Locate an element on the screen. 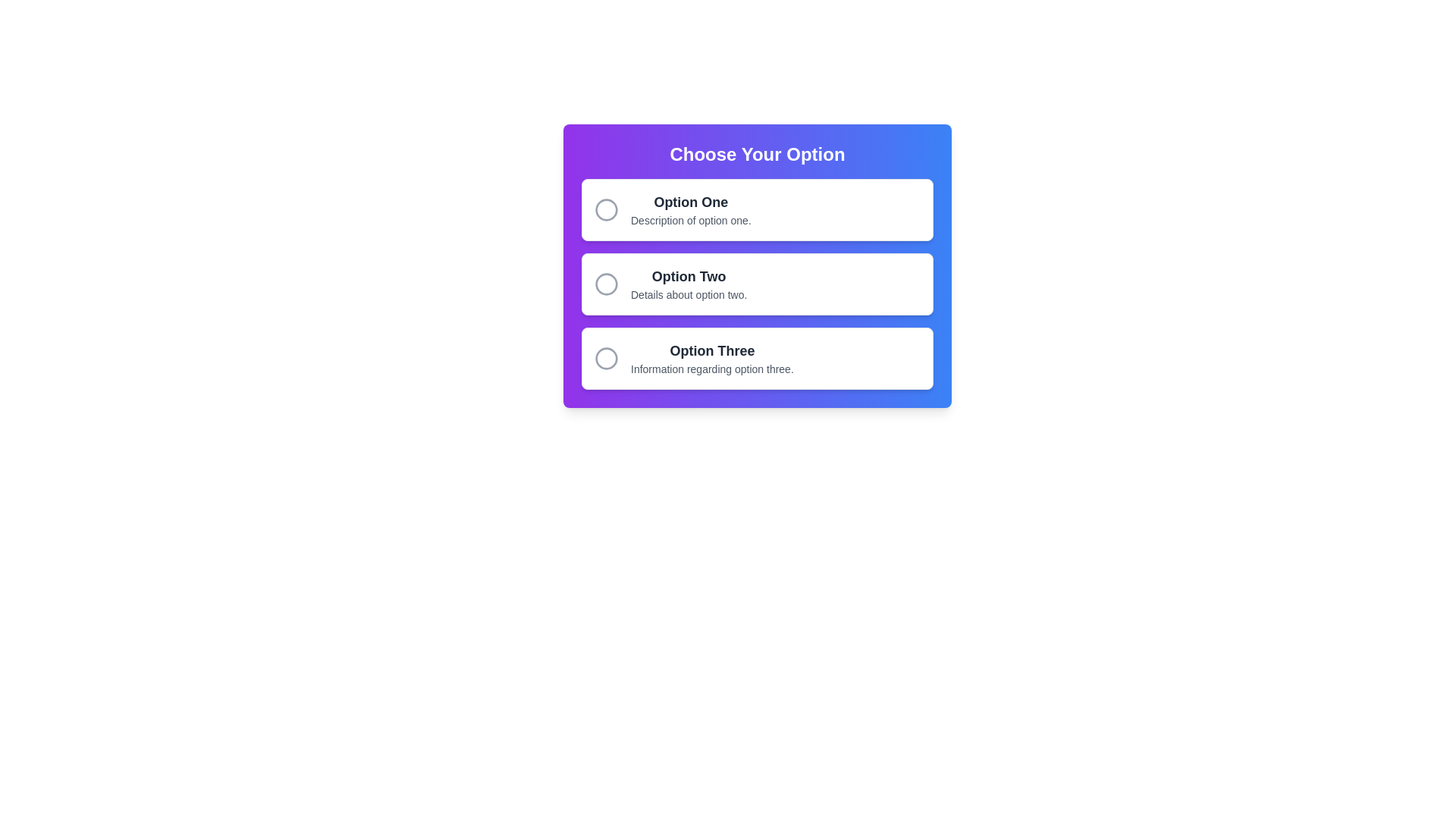 The width and height of the screenshot is (1456, 819). the circular radio button icon with a gray border located to the left of the text 'Option Three' in the third option block to trigger hover effects is located at coordinates (607, 359).